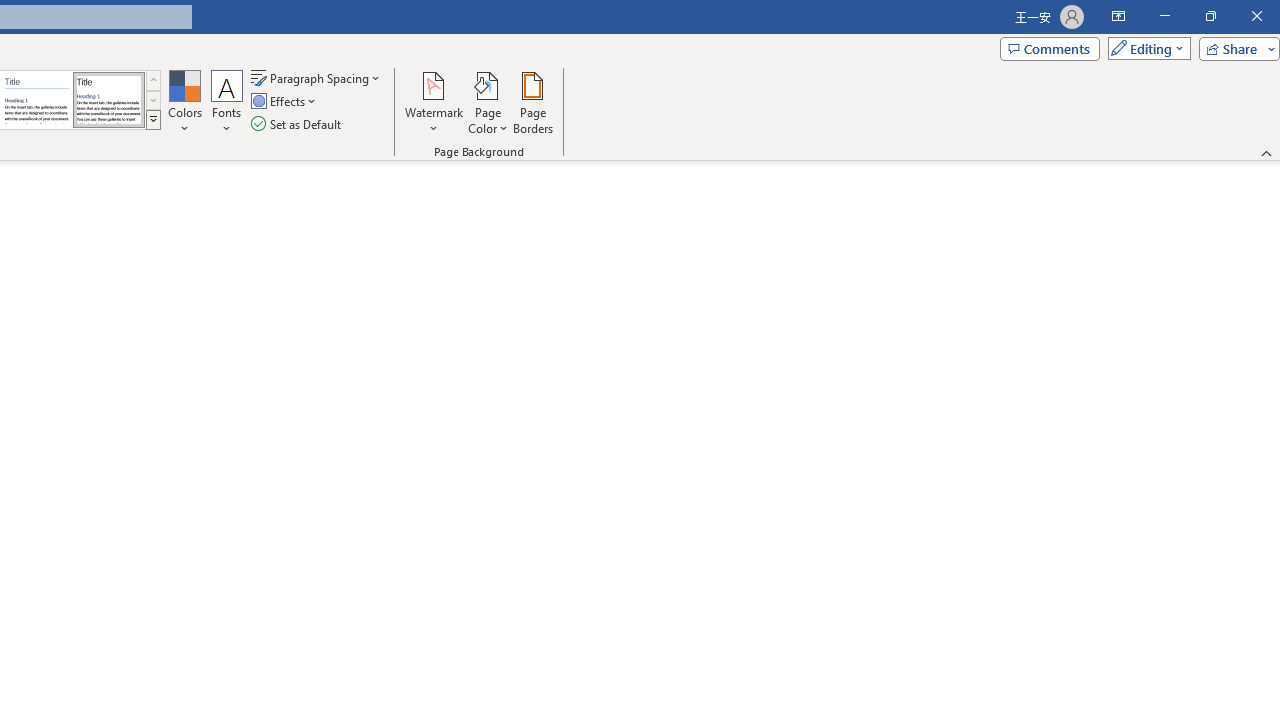 Image resolution: width=1280 pixels, height=720 pixels. What do you see at coordinates (316, 77) in the screenshot?
I see `'Paragraph Spacing'` at bounding box center [316, 77].